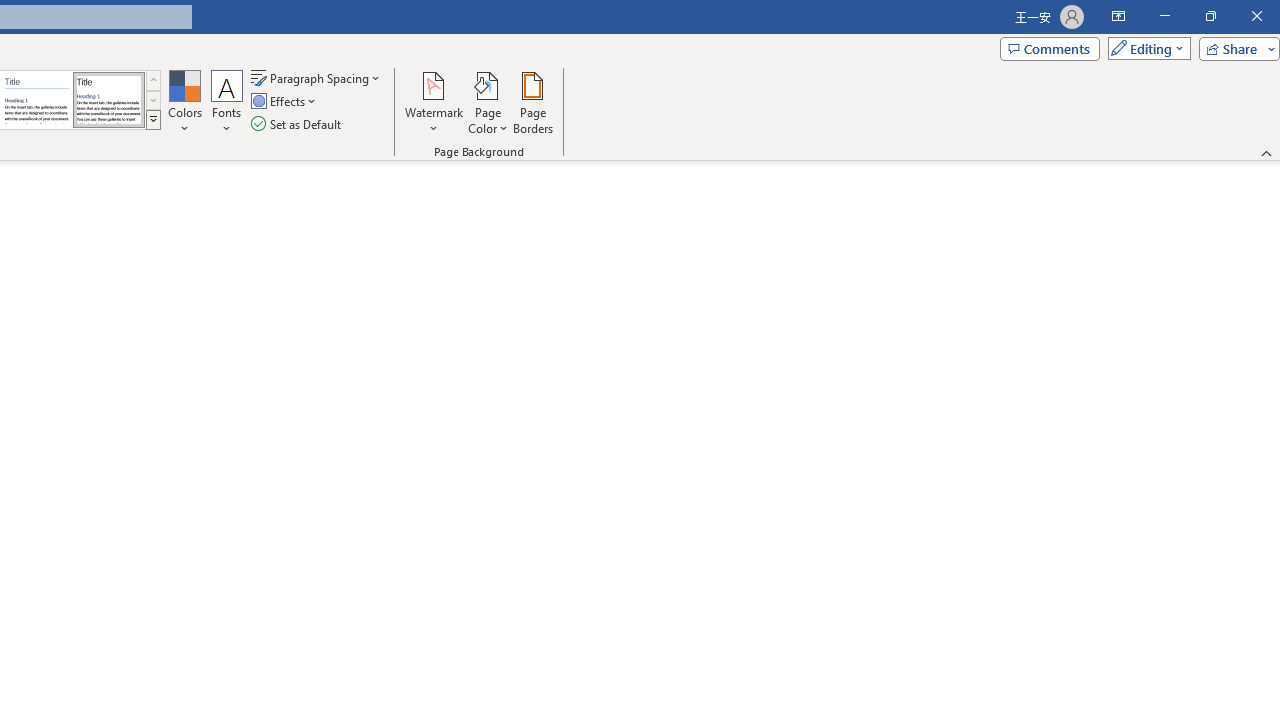 Image resolution: width=1280 pixels, height=720 pixels. What do you see at coordinates (316, 77) in the screenshot?
I see `'Paragraph Spacing'` at bounding box center [316, 77].